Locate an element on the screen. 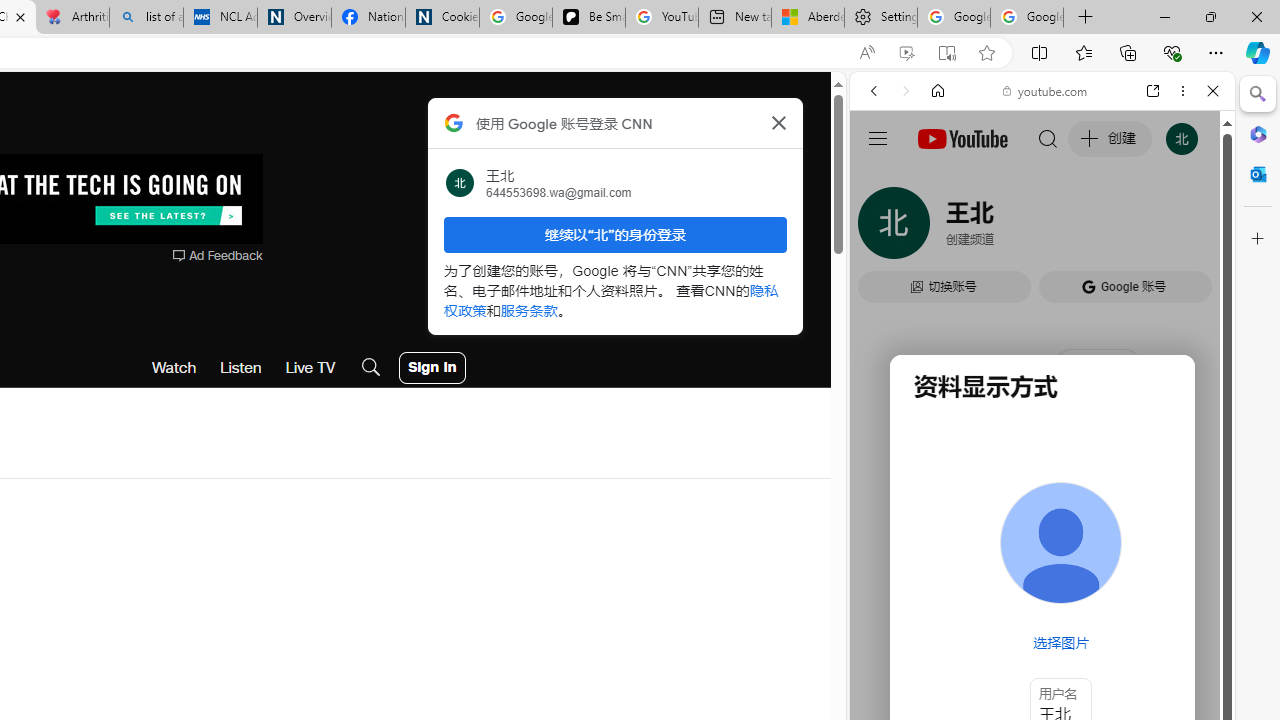 The image size is (1280, 720). 'Google' is located at coordinates (1041, 495).